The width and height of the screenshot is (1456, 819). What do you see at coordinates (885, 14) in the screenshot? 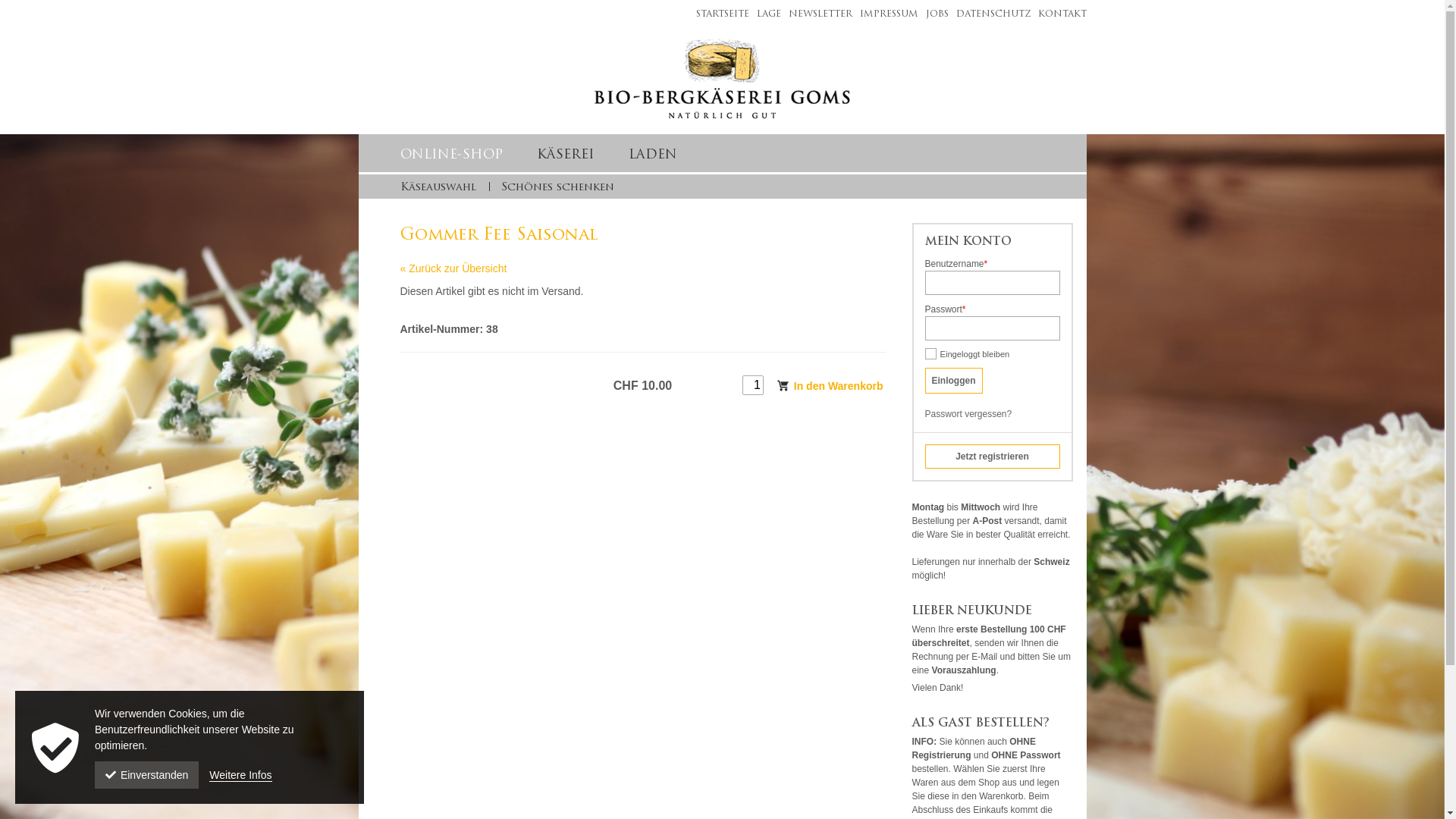
I see `'IMPRESSUM'` at bounding box center [885, 14].